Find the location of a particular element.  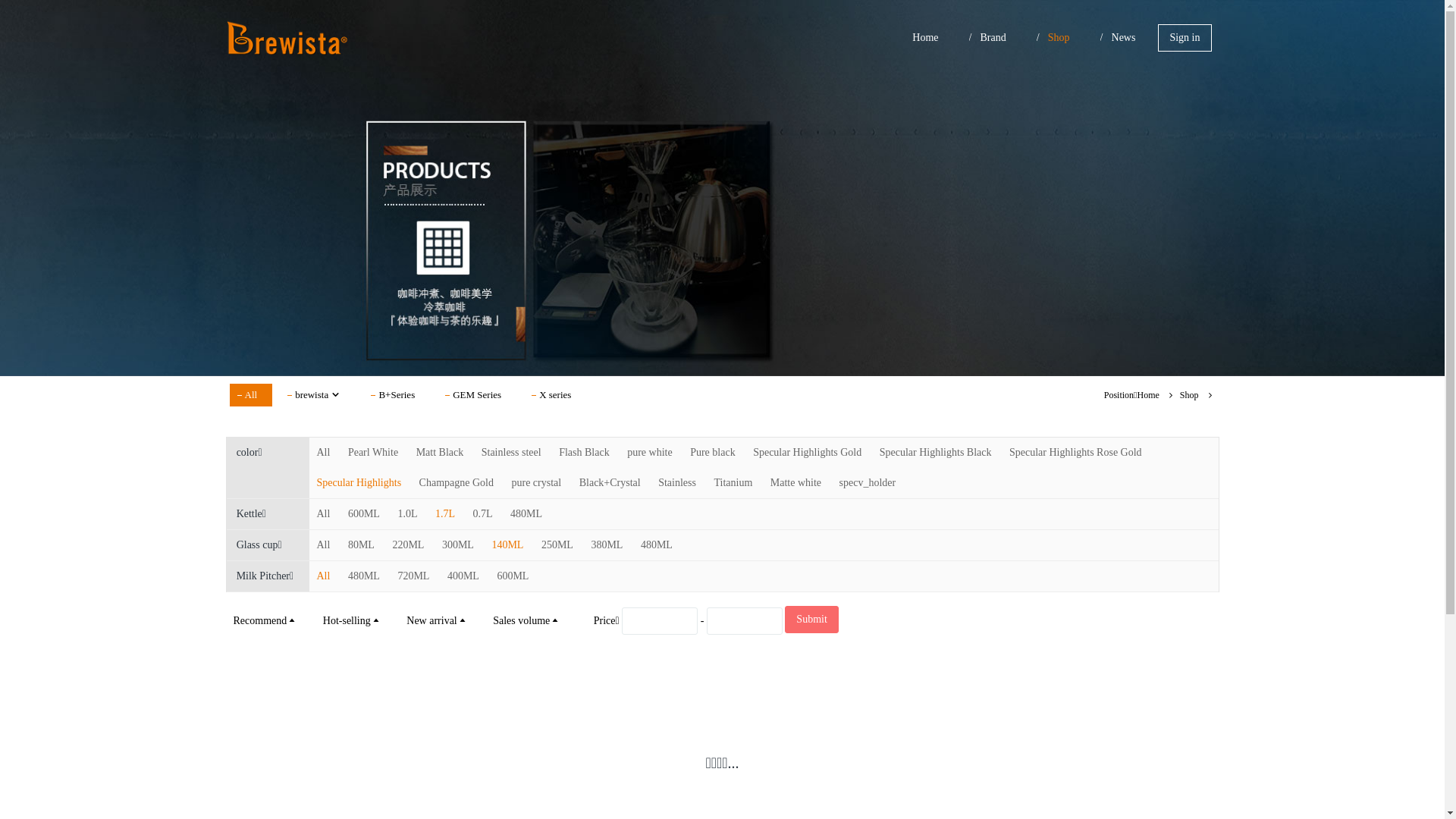

'Specular Highlights Gold' is located at coordinates (806, 451).